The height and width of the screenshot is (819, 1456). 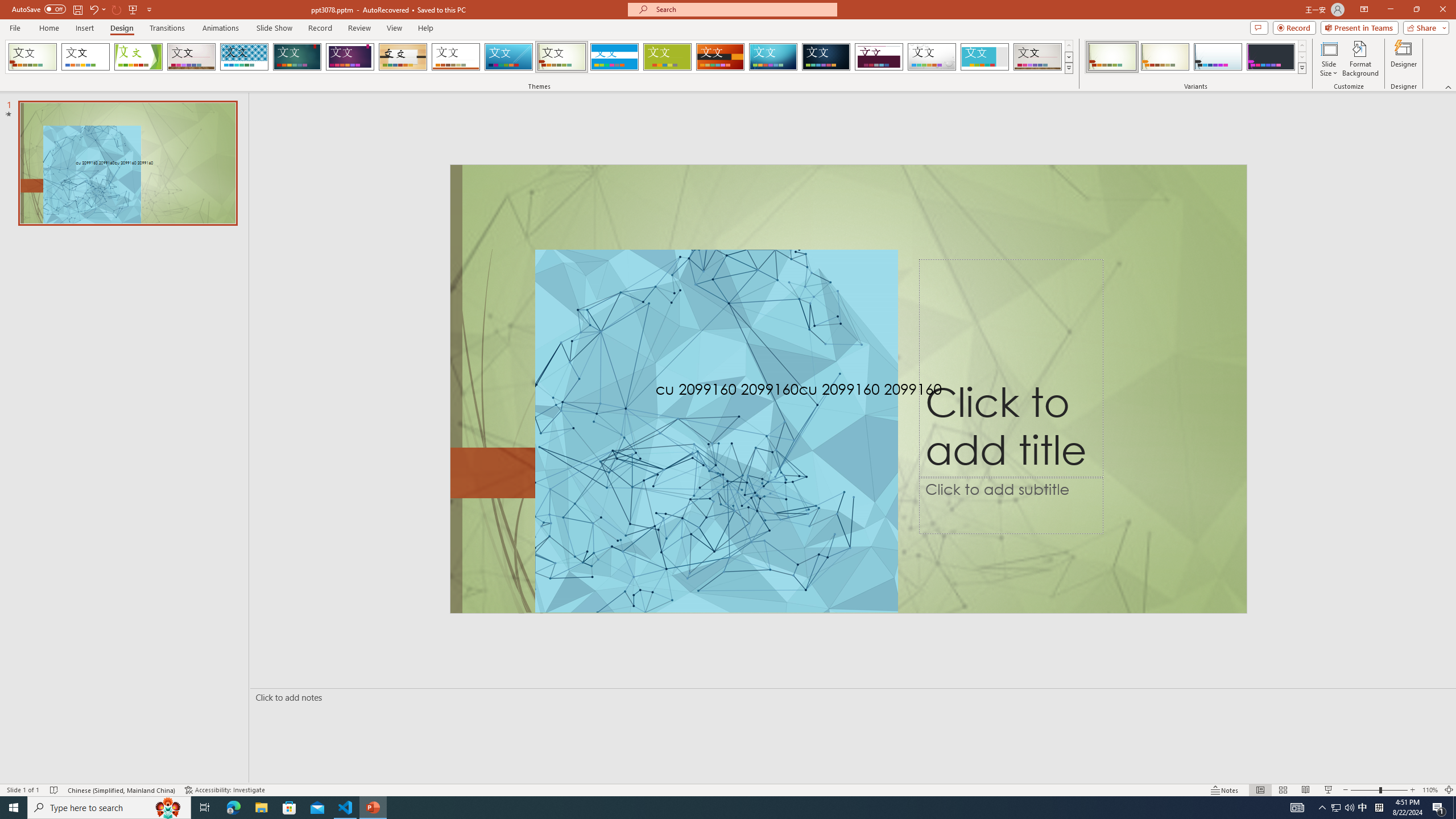 What do you see at coordinates (1329, 59) in the screenshot?
I see `'Slide Size'` at bounding box center [1329, 59].